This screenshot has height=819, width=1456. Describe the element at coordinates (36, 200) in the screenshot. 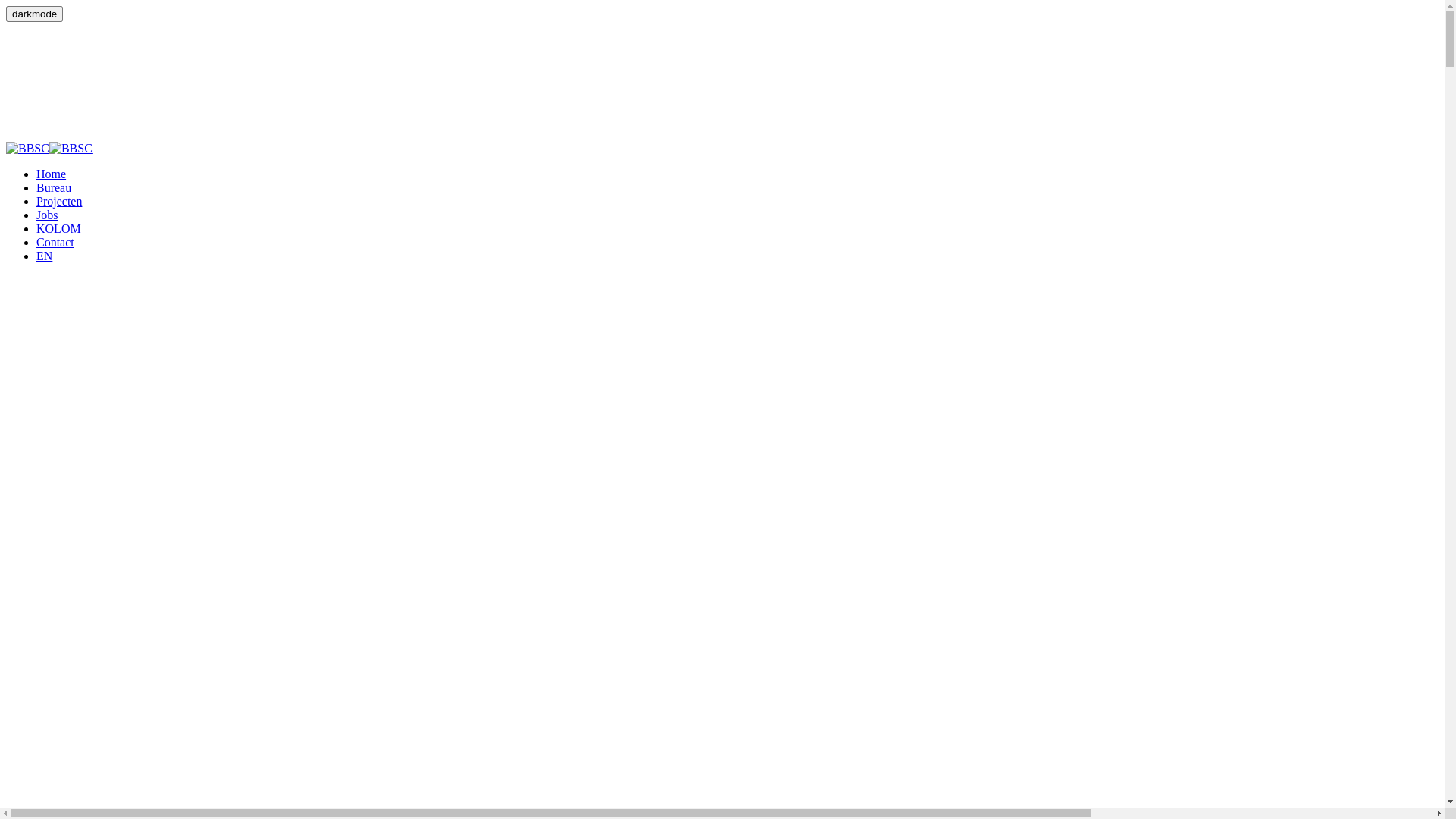

I see `'Projecten'` at that location.